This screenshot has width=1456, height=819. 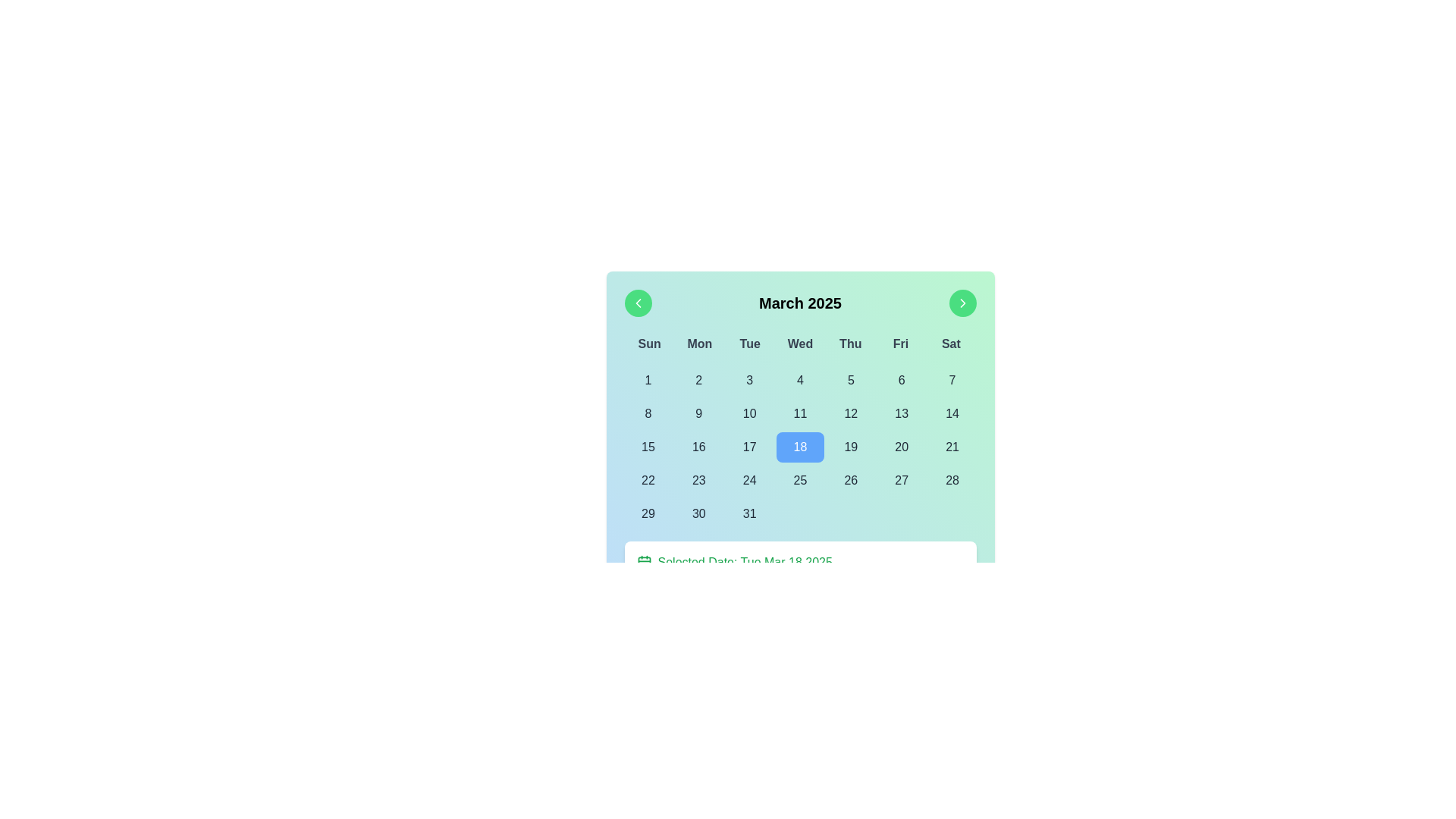 I want to click on the green circular icon button located in the upper left corner of the calendar interface to observe a visual change, so click(x=638, y=303).